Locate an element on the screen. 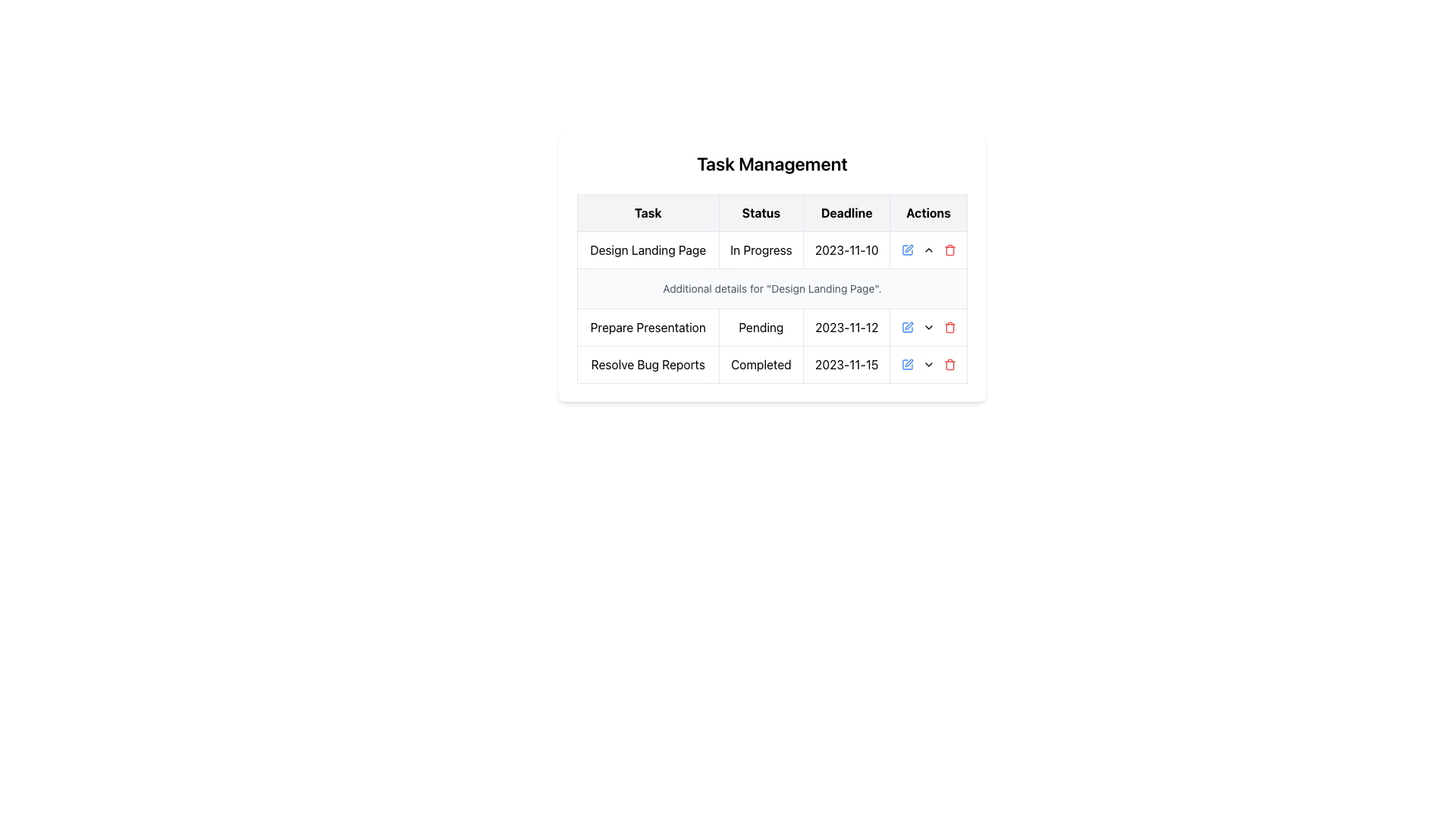  the text display box that shows the date '2023-11-10', which is styled with centered alignment and is located in the third column of the first row under the 'Deadline' header is located at coordinates (846, 249).